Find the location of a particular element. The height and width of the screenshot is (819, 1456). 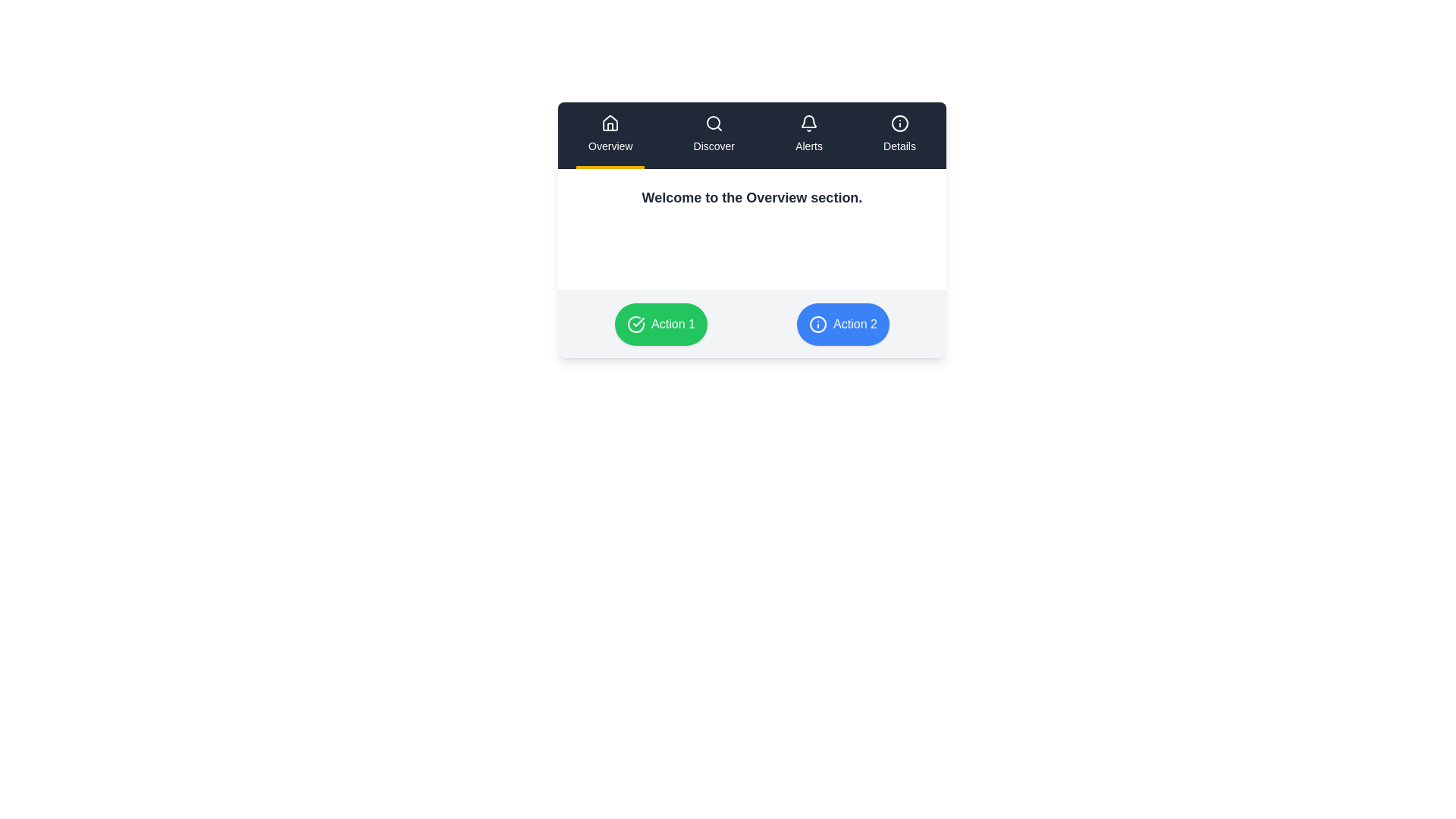

the 'Discover' text label located in the second navigational tab under the magnifying glass icon is located at coordinates (713, 146).